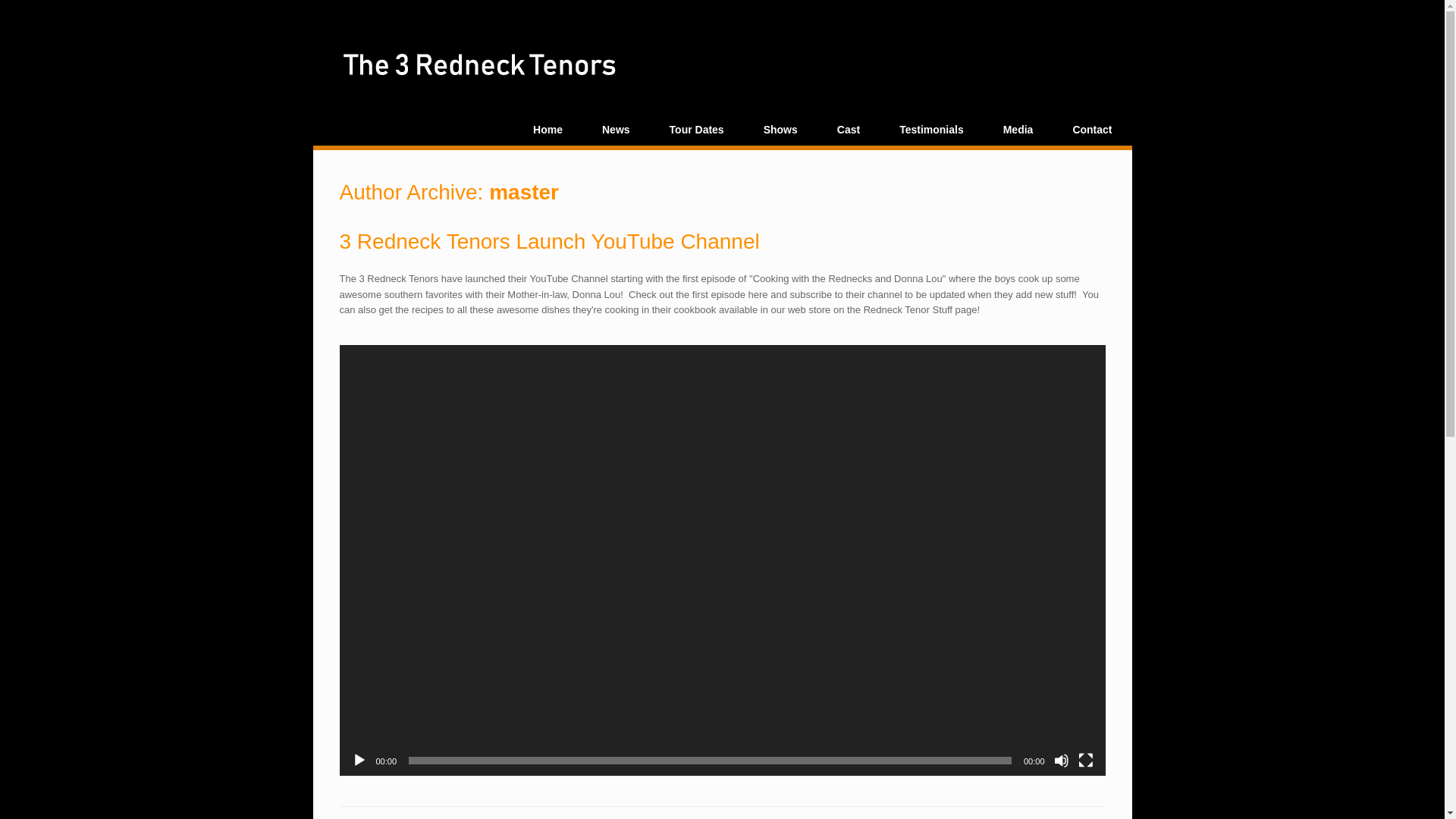  Describe the element at coordinates (780, 128) in the screenshot. I see `'Shows'` at that location.